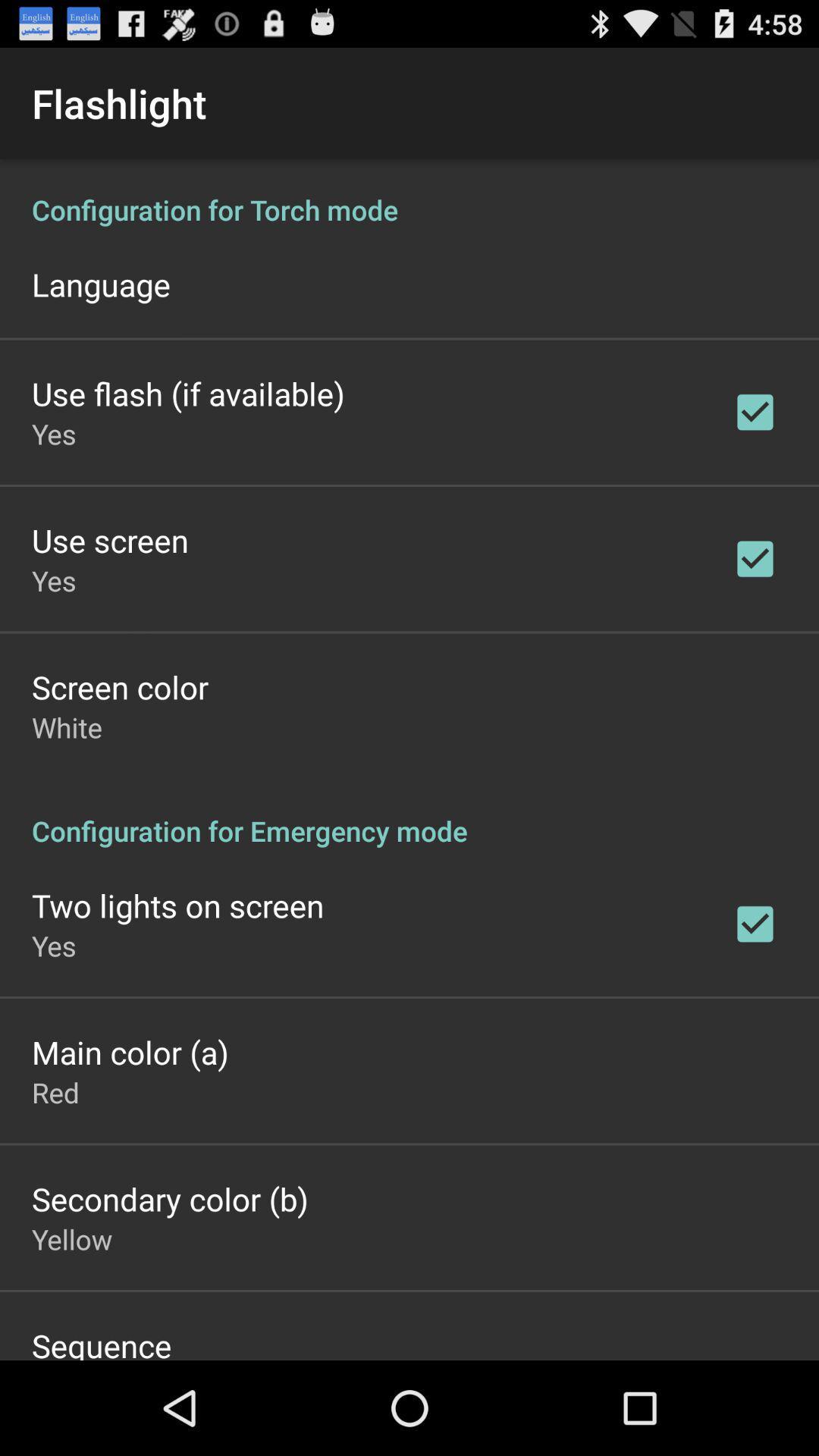  I want to click on icon below main color (a), so click(55, 1092).